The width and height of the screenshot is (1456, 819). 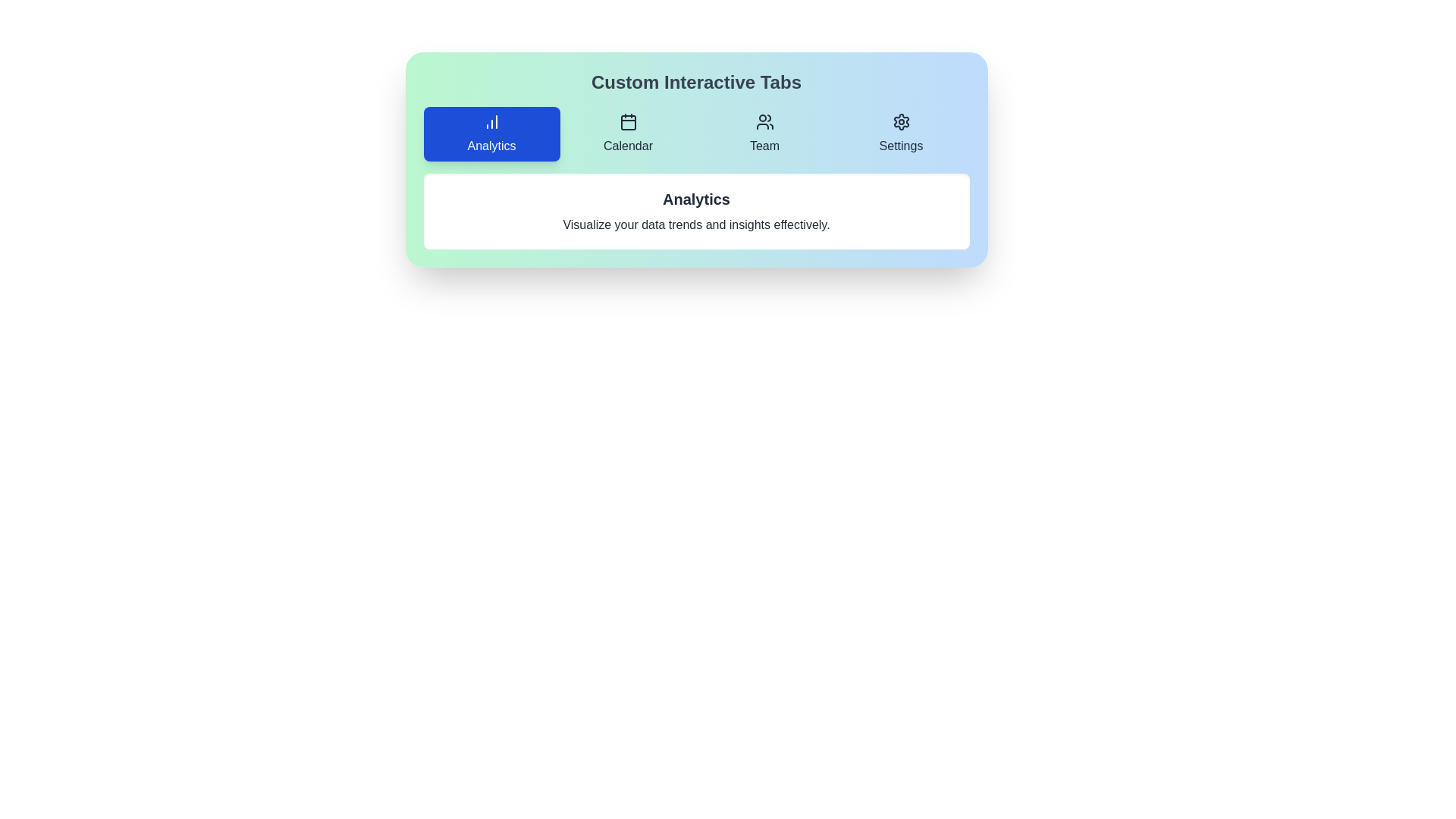 What do you see at coordinates (901, 133) in the screenshot?
I see `the navigational button located at the far right of the row containing four buttons, which is the fourth button from the left` at bounding box center [901, 133].